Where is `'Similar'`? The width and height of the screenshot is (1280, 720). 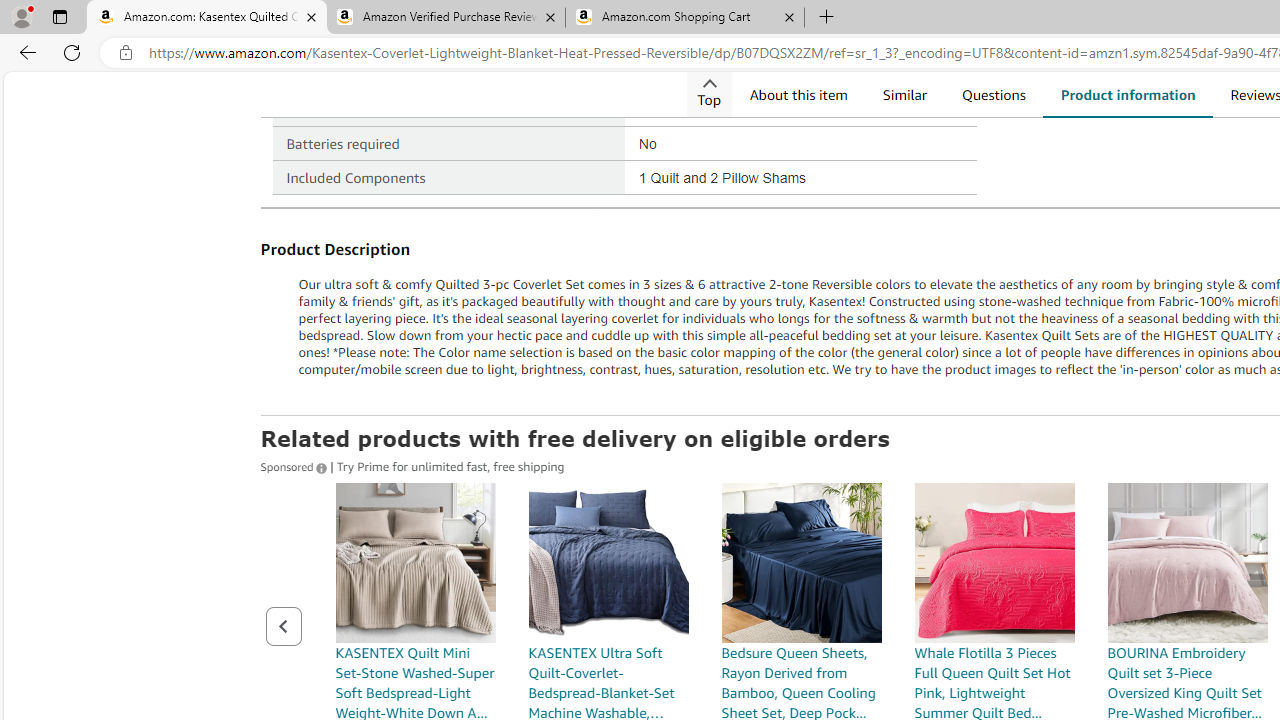 'Similar' is located at coordinates (903, 94).